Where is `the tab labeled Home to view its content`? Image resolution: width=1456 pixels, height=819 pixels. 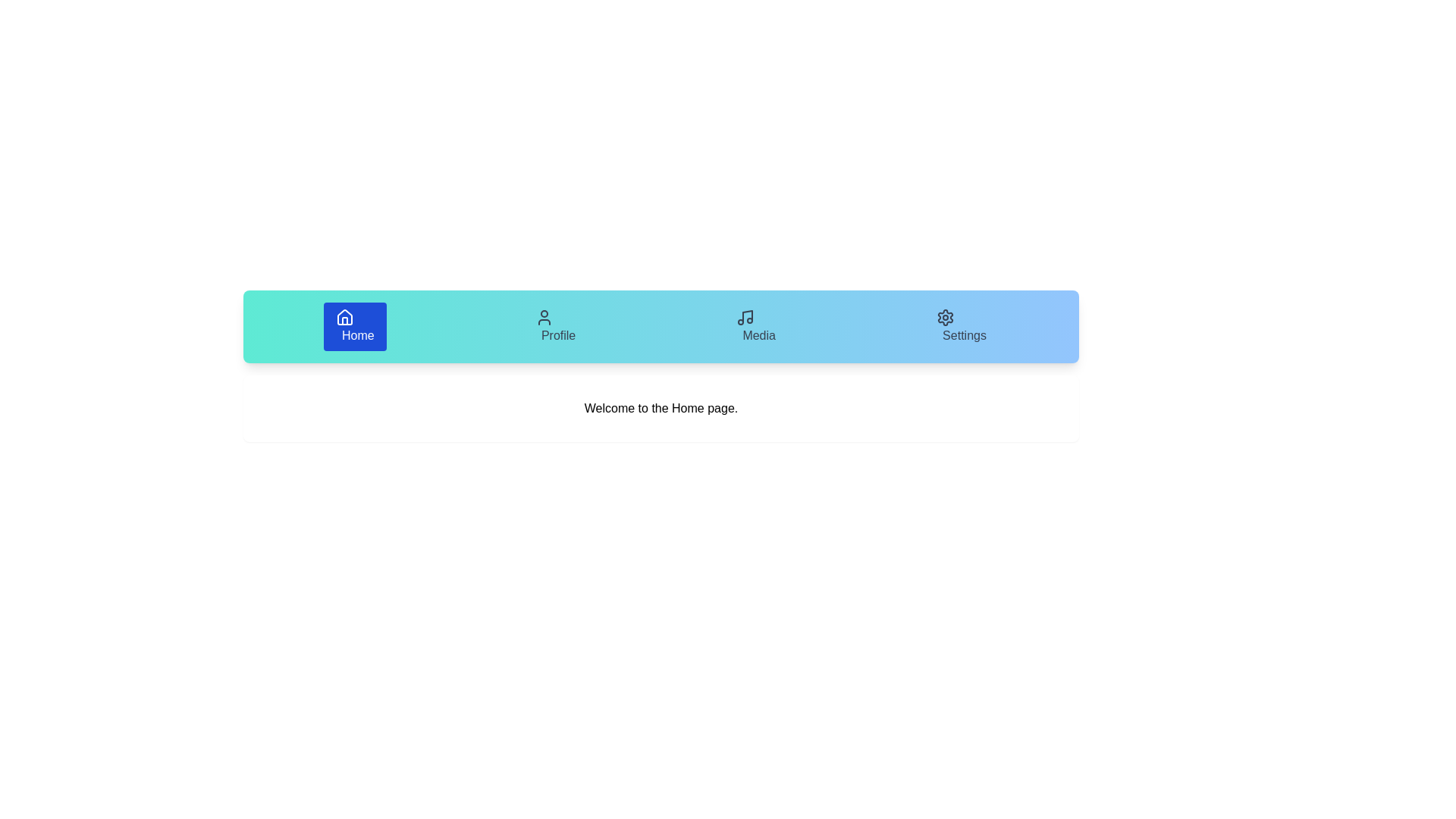 the tab labeled Home to view its content is located at coordinates (354, 326).